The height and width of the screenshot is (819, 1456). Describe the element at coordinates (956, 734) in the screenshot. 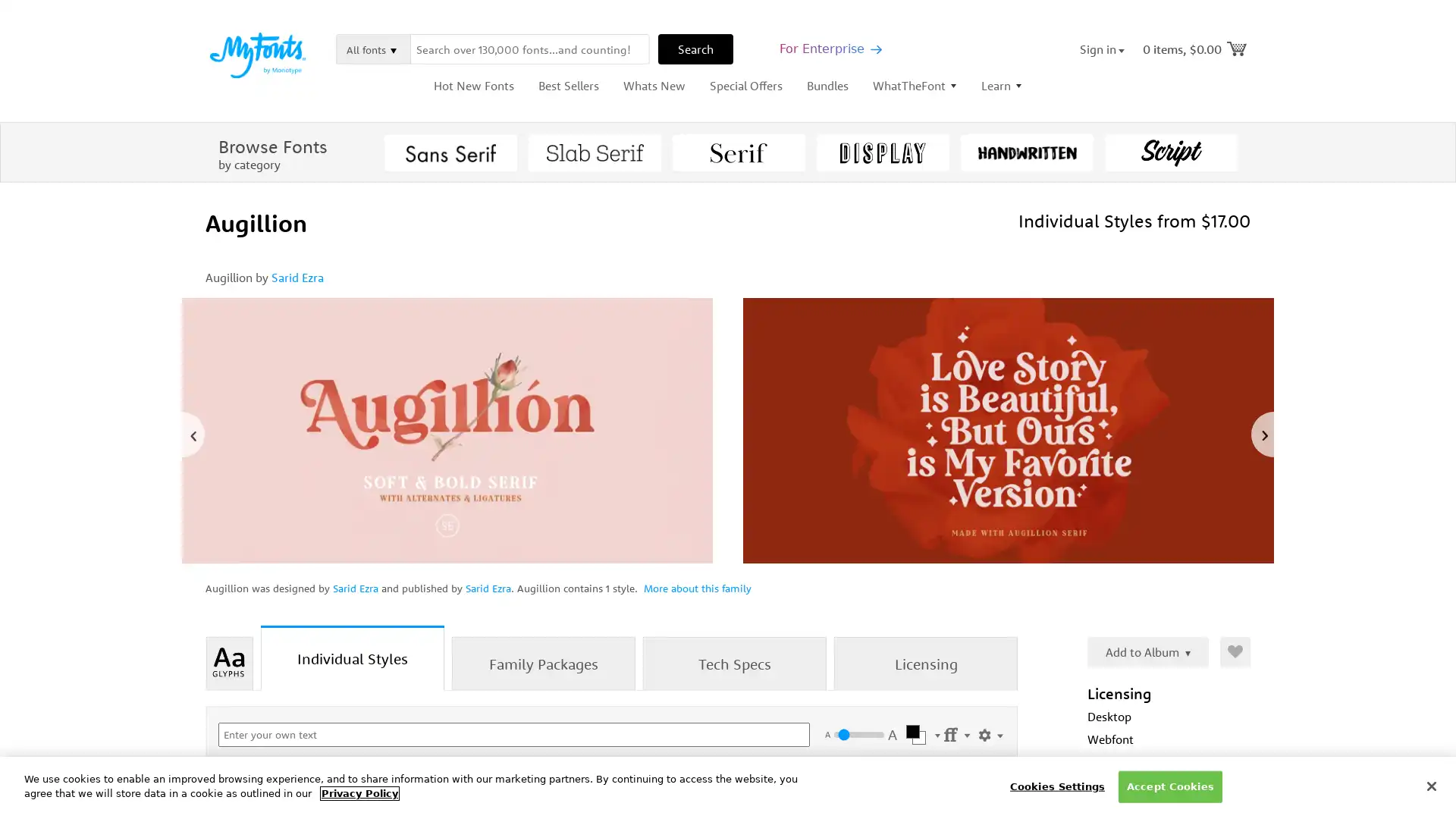

I see `Settings Menu` at that location.